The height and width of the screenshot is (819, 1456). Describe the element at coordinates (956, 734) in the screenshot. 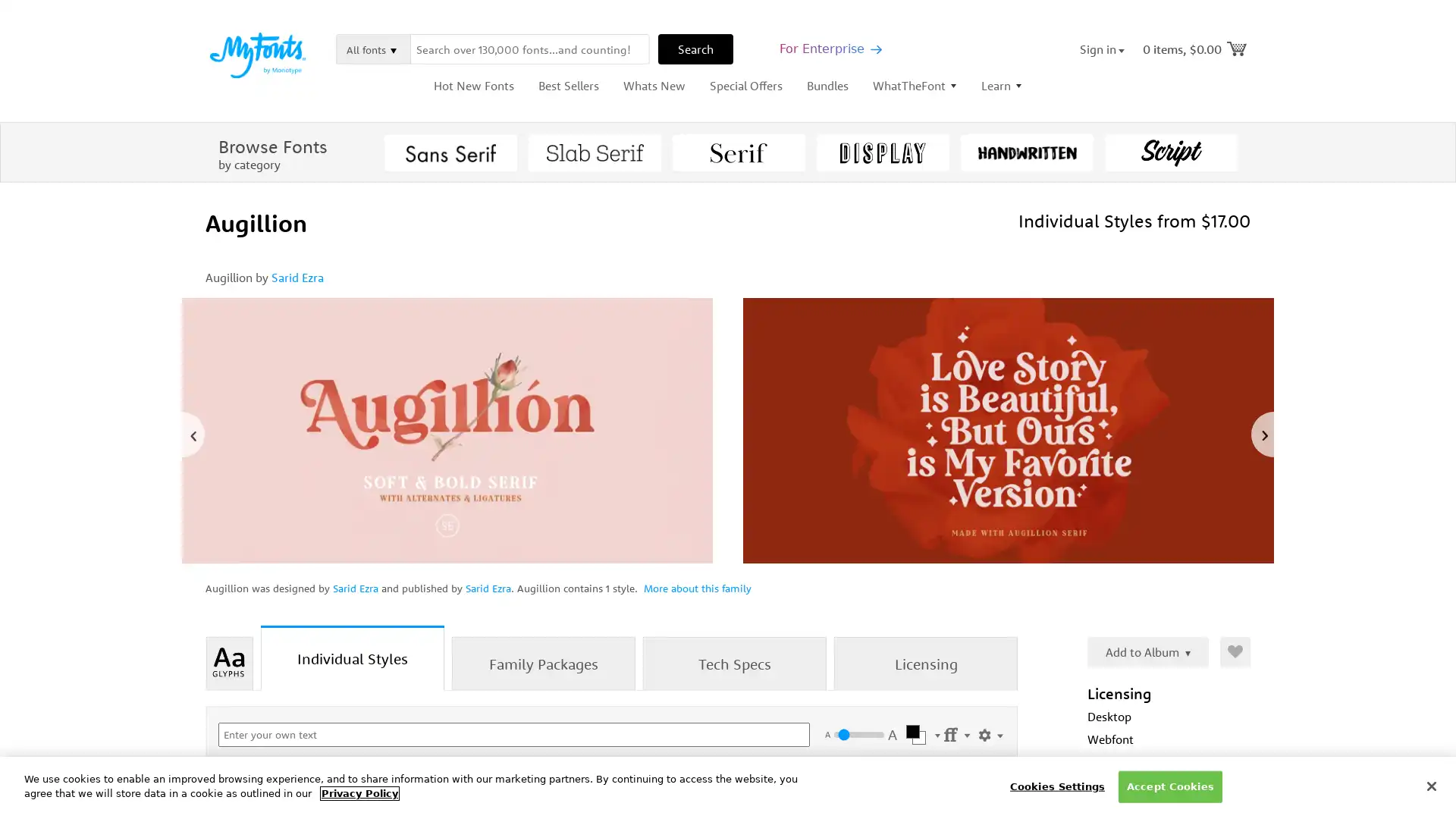

I see `Settings Menu` at that location.